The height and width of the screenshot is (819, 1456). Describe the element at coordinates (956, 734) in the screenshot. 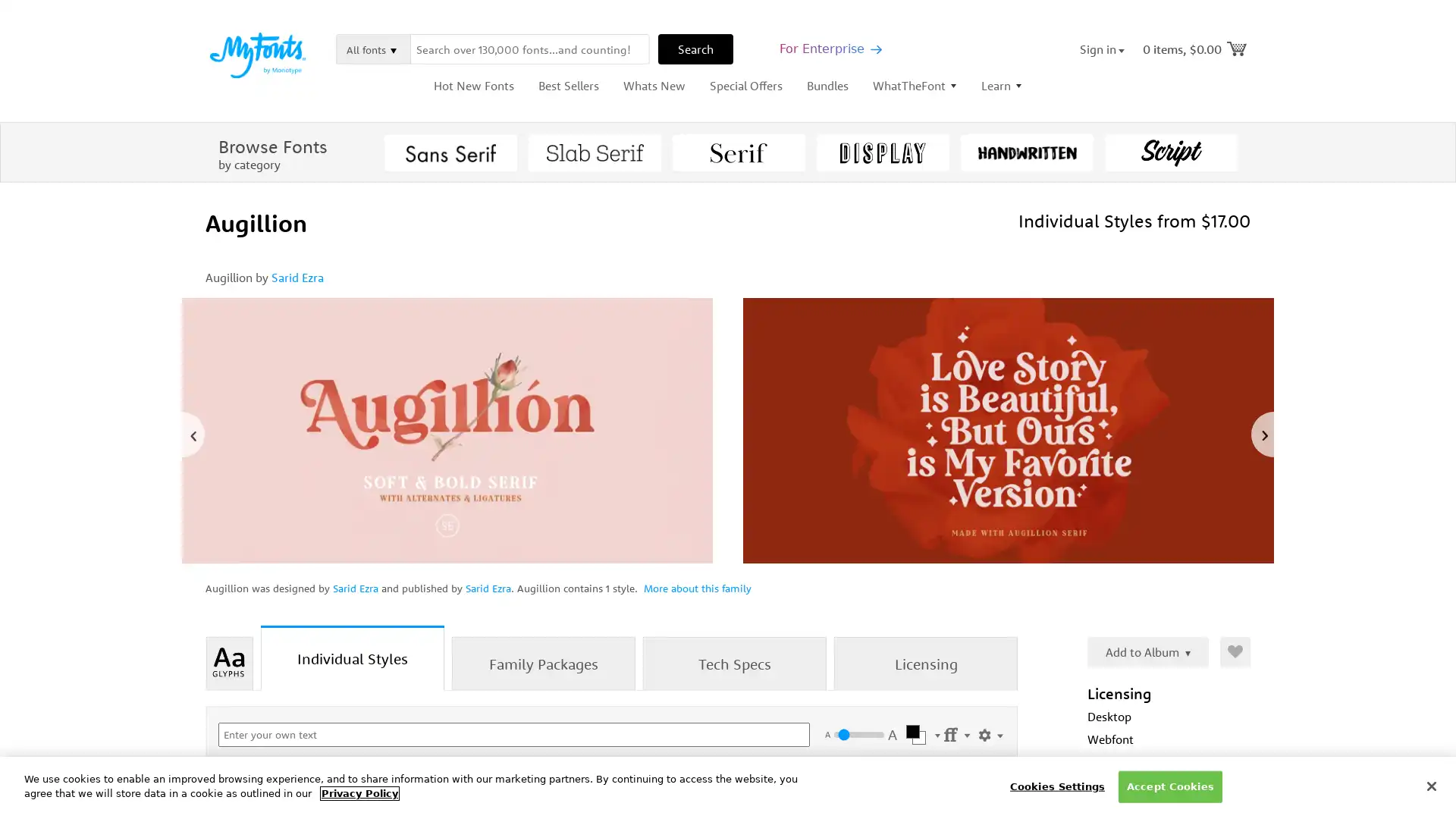

I see `Settings Menu` at that location.